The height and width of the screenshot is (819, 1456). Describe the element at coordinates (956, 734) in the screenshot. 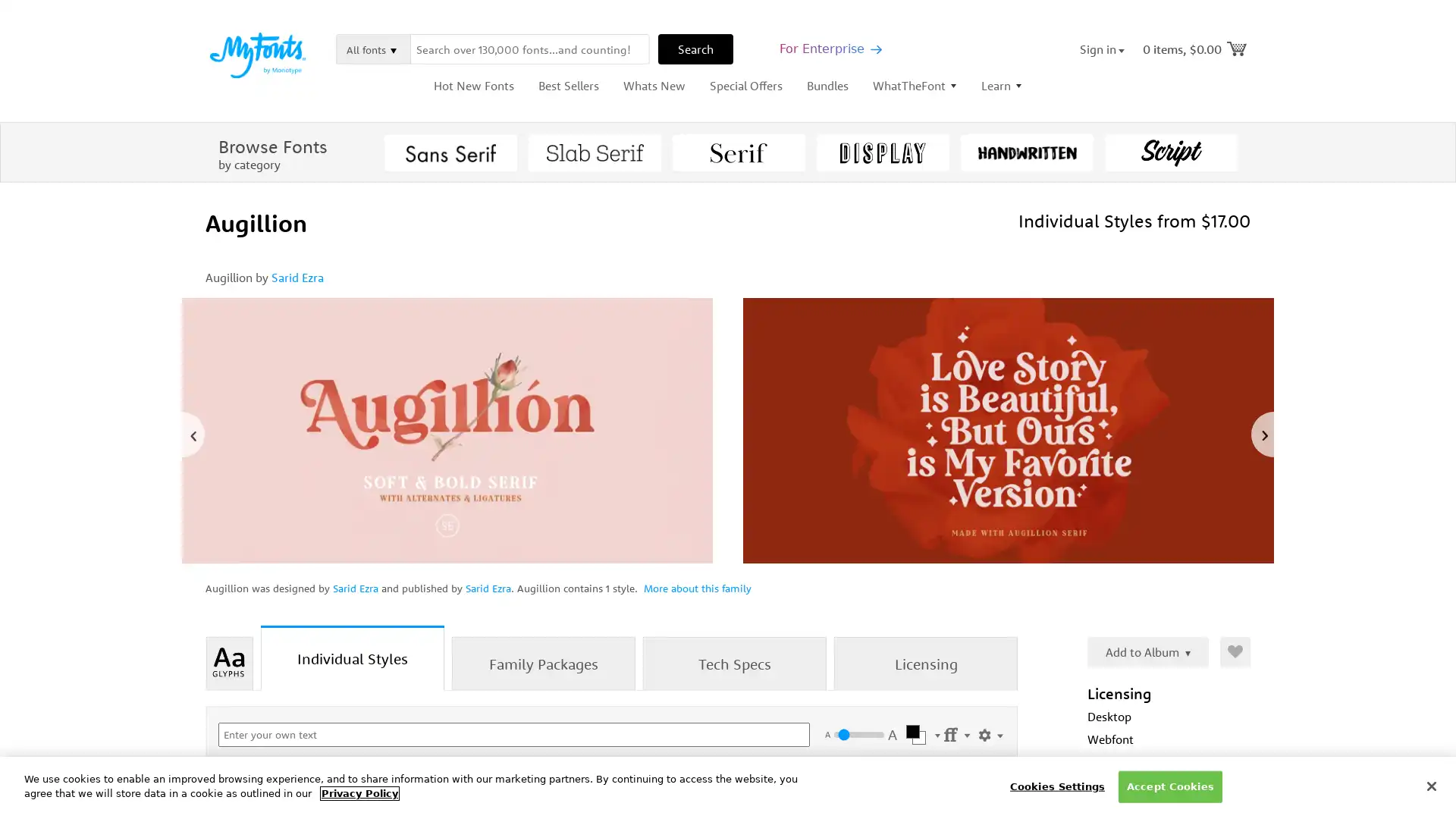

I see `Settings Menu` at that location.